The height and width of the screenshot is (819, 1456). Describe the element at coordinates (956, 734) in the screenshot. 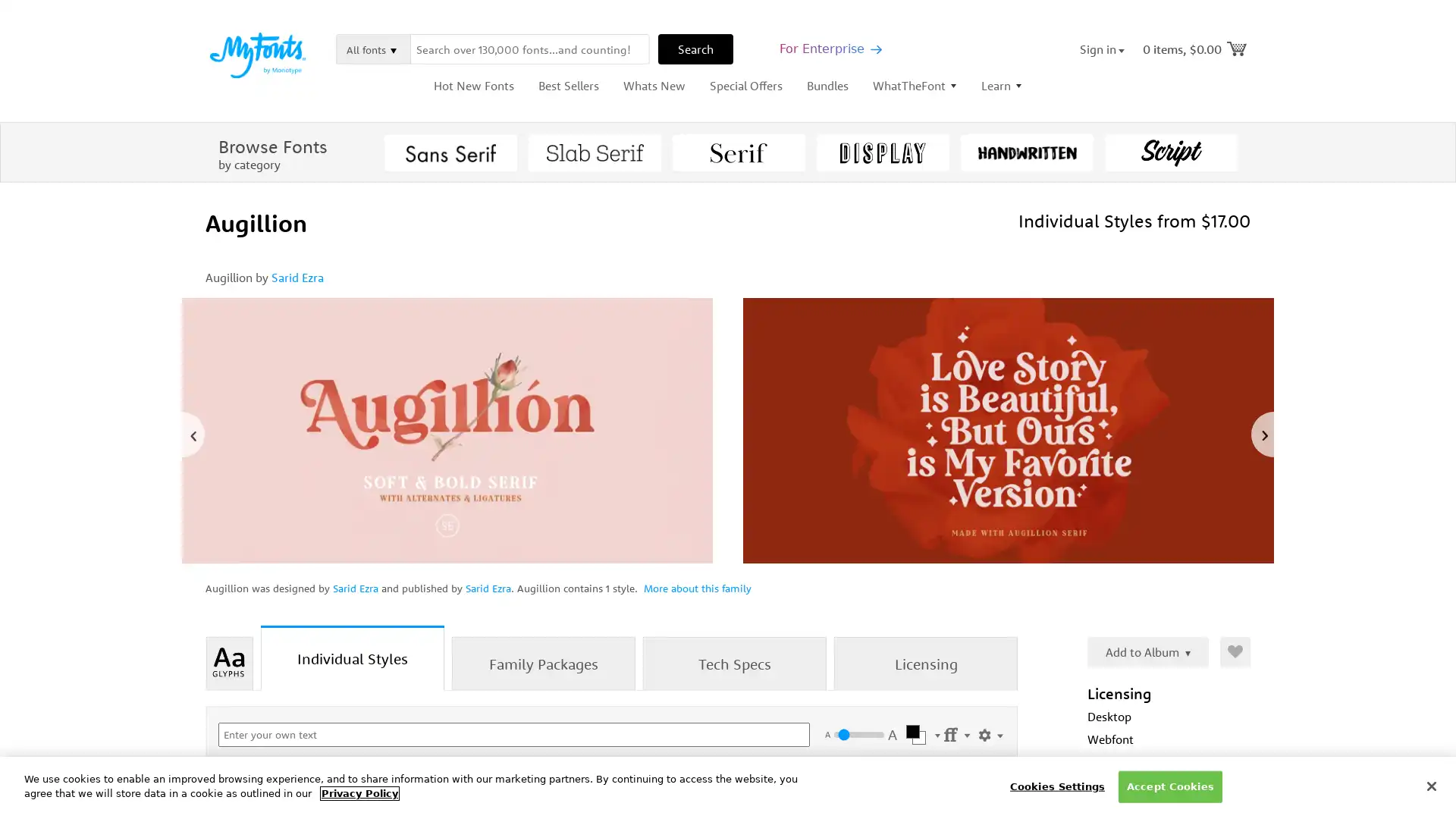

I see `Settings Menu` at that location.